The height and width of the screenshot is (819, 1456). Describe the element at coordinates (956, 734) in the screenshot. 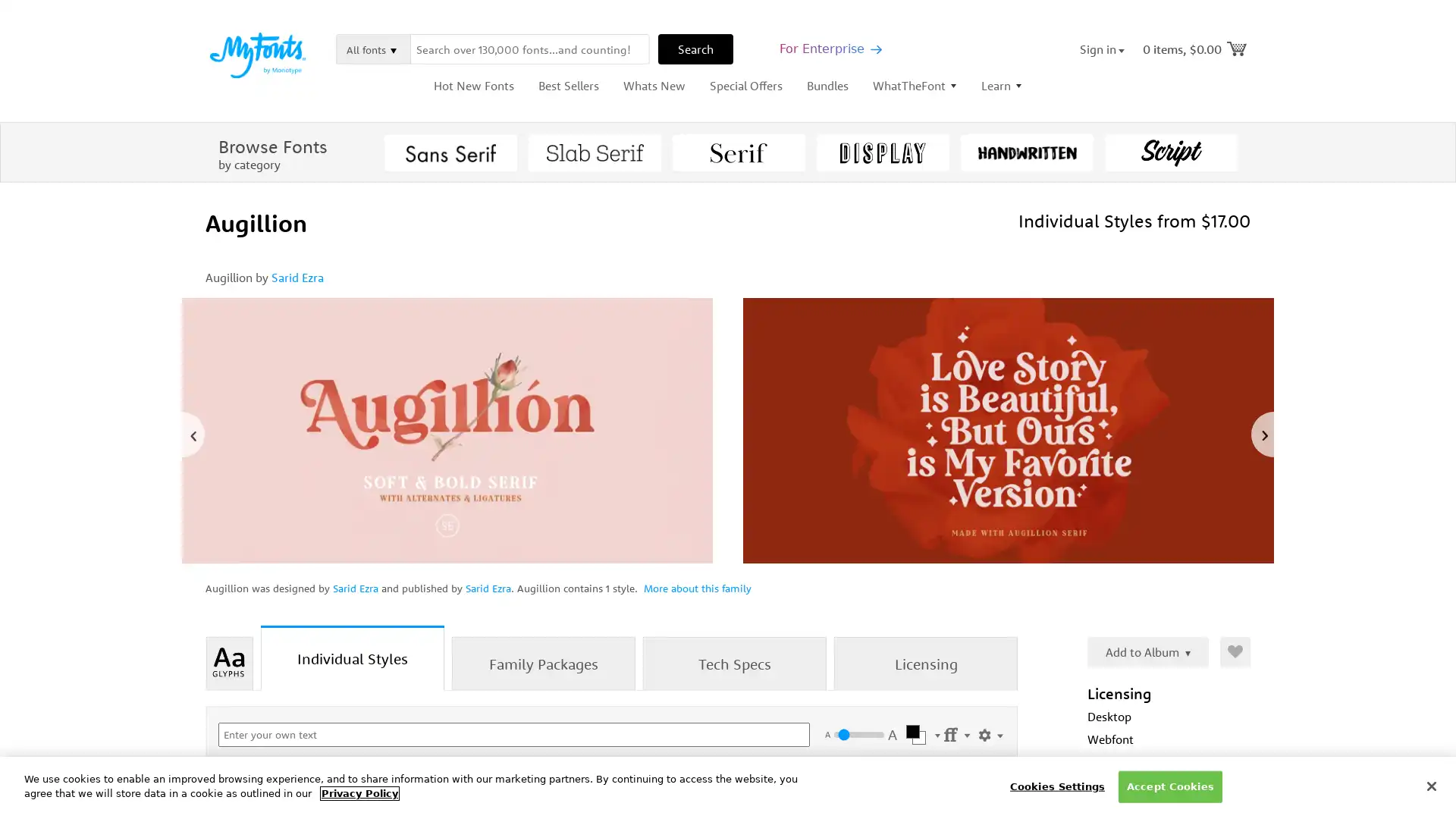

I see `Settings Menu` at that location.